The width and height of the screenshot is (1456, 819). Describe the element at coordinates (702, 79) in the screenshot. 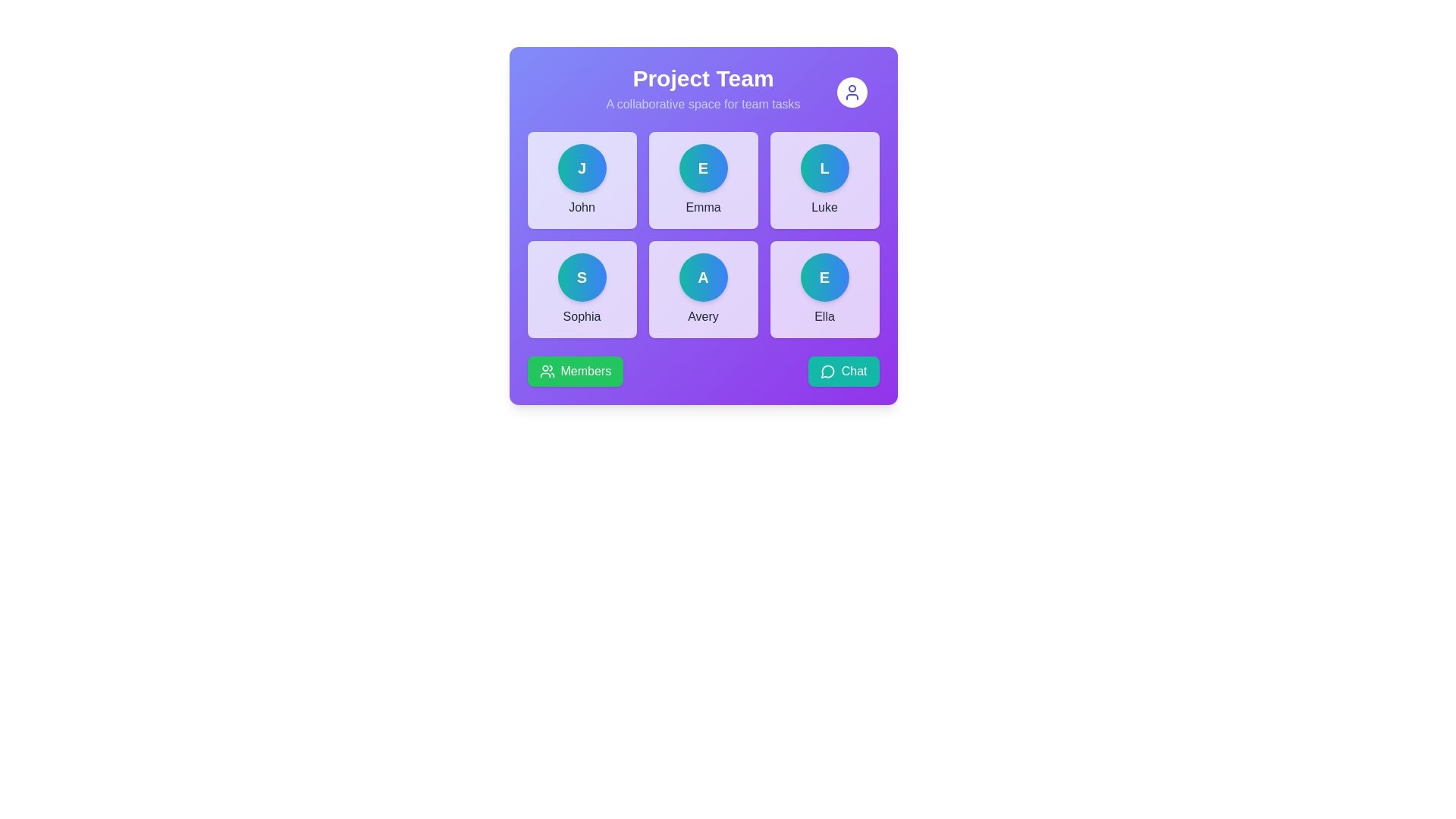

I see `the prominent bold title 'Project Team', which is styled in a large white font against a gradient purple background at the top of the header area` at that location.